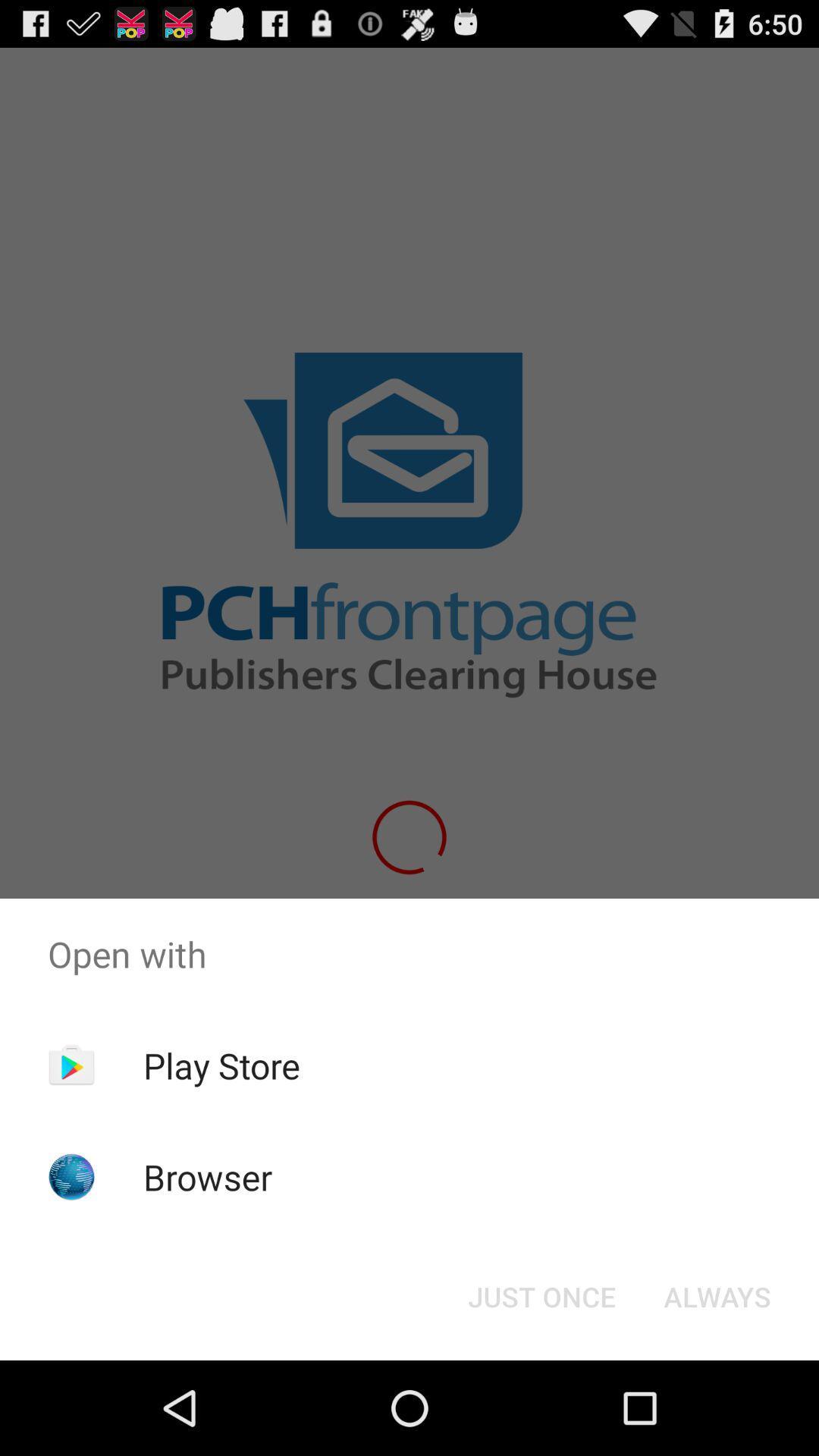 The width and height of the screenshot is (819, 1456). Describe the element at coordinates (541, 1295) in the screenshot. I see `the just once item` at that location.